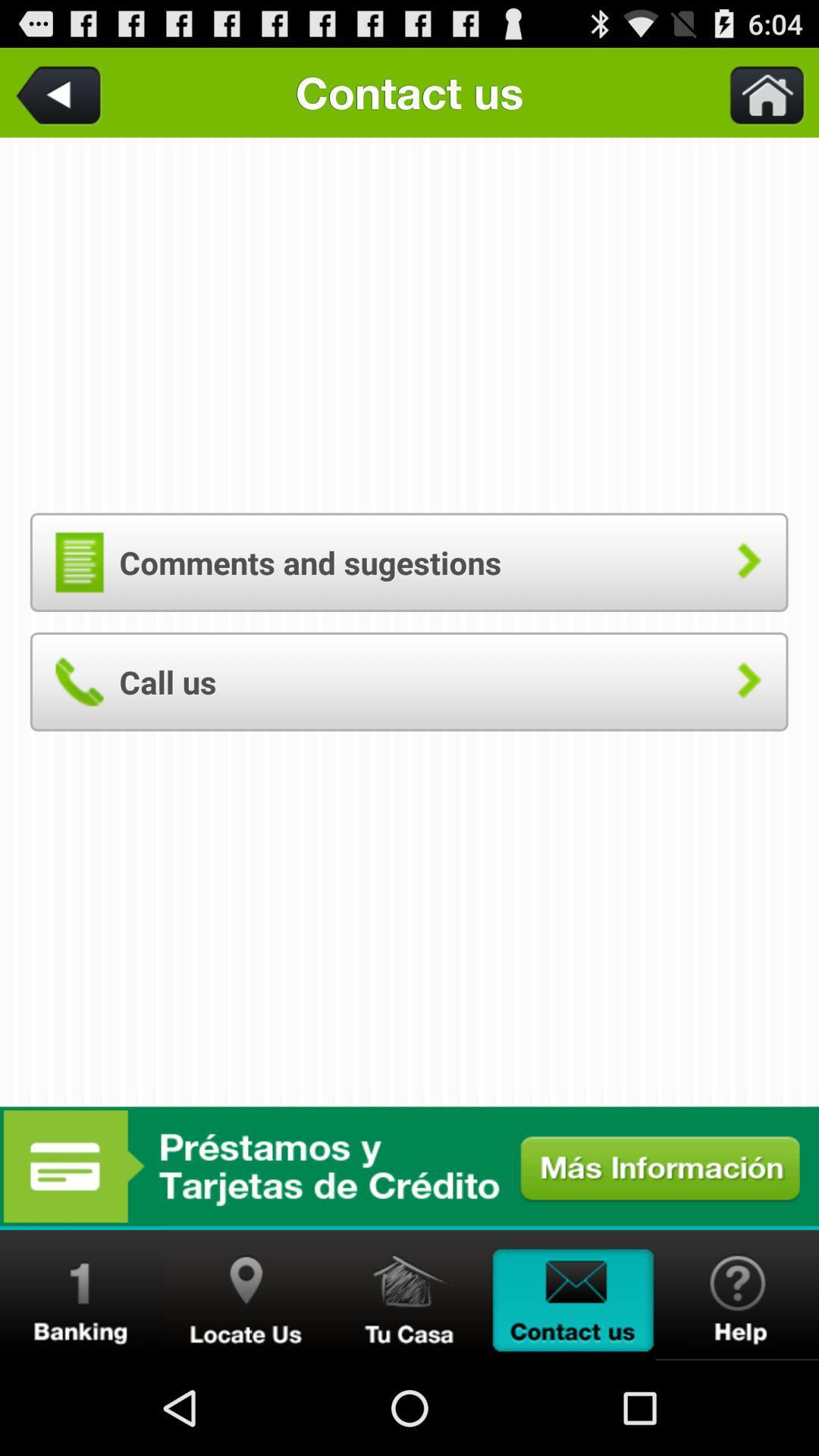  I want to click on the icon next to contact us, so click(758, 92).